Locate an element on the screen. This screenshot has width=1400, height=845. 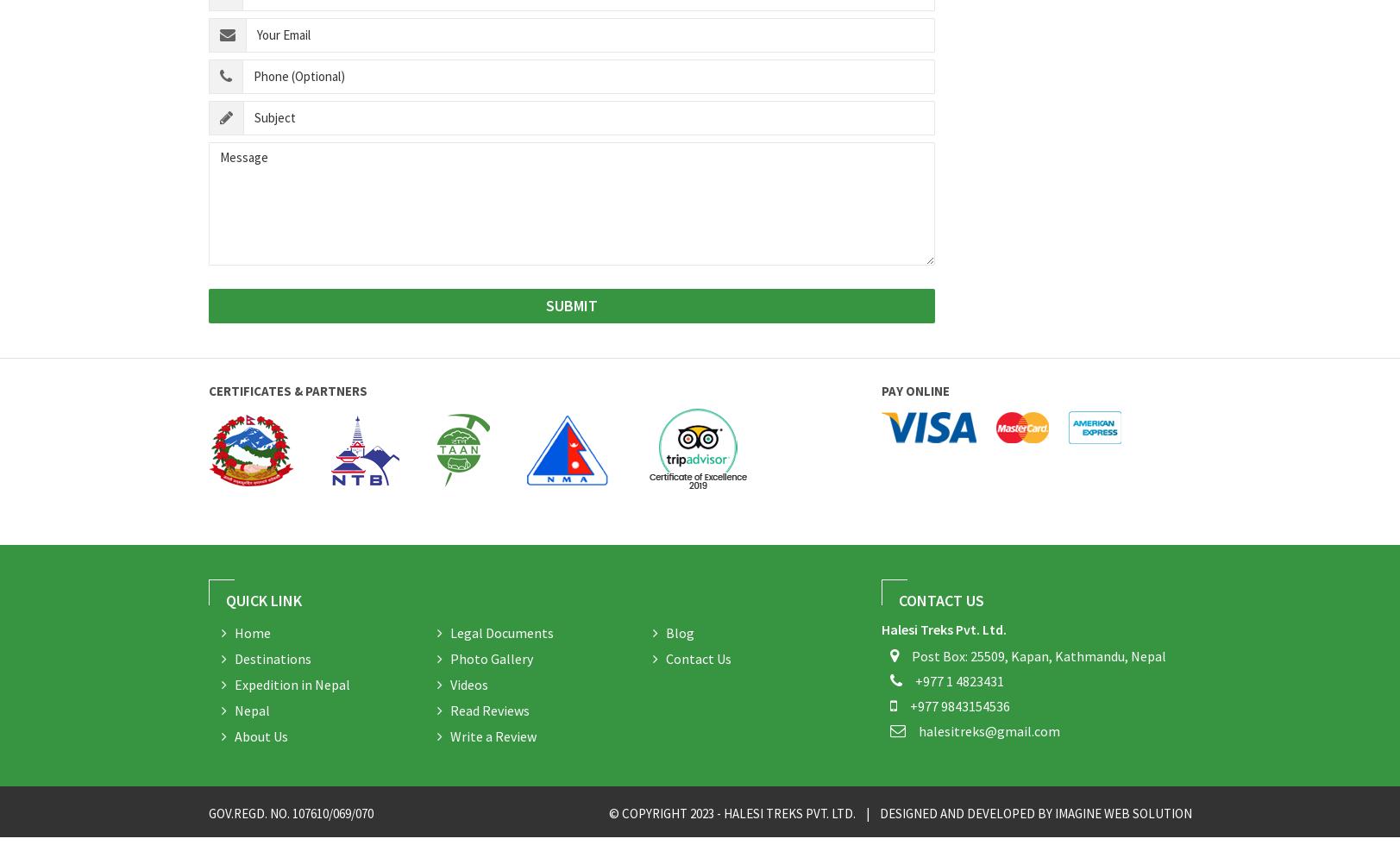
'Blog' is located at coordinates (679, 632).